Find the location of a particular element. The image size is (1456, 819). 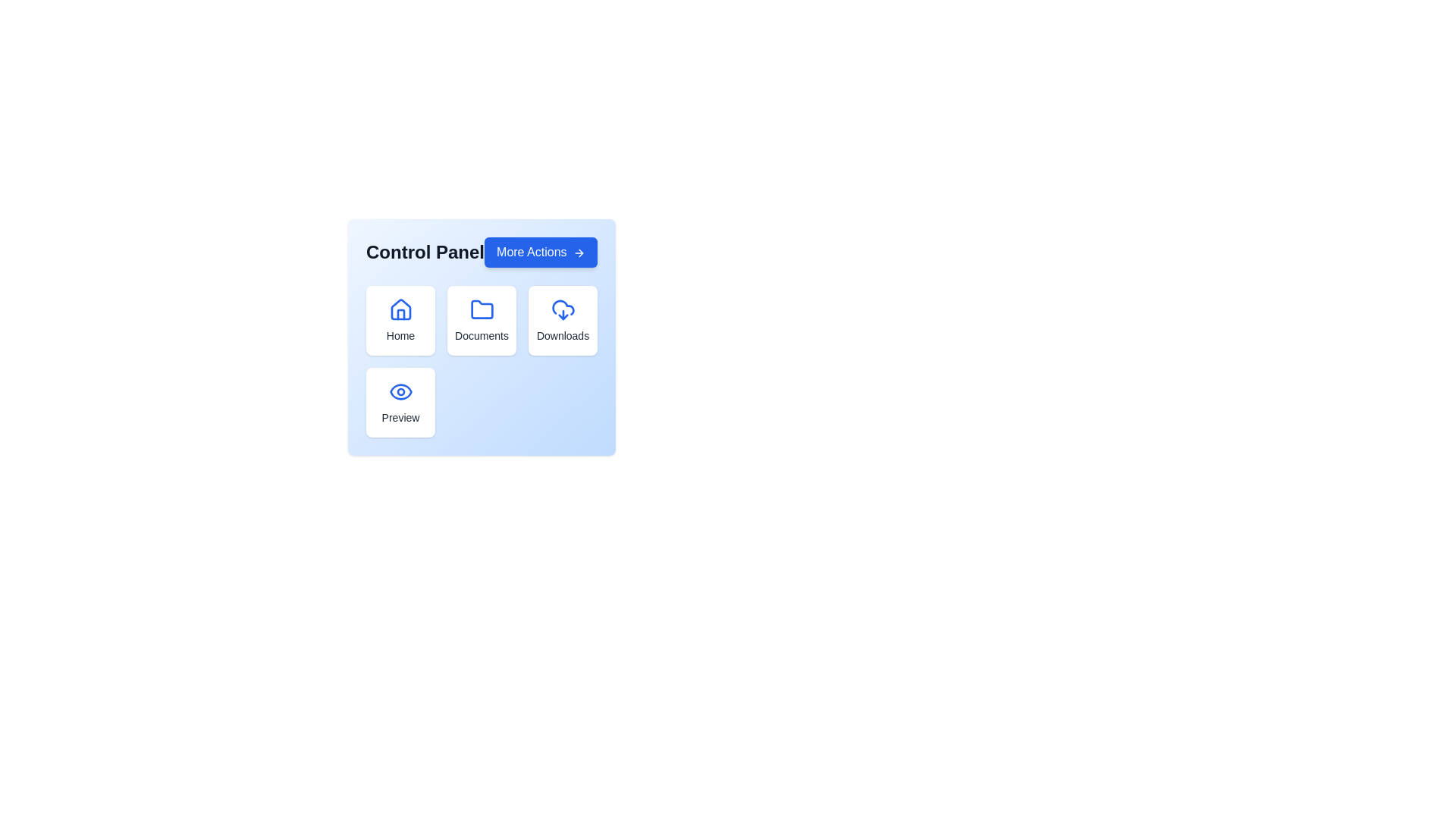

the 'Documents' card in the interactive control panel, which is the second card from the left in the top row of the grid layout is located at coordinates (481, 336).